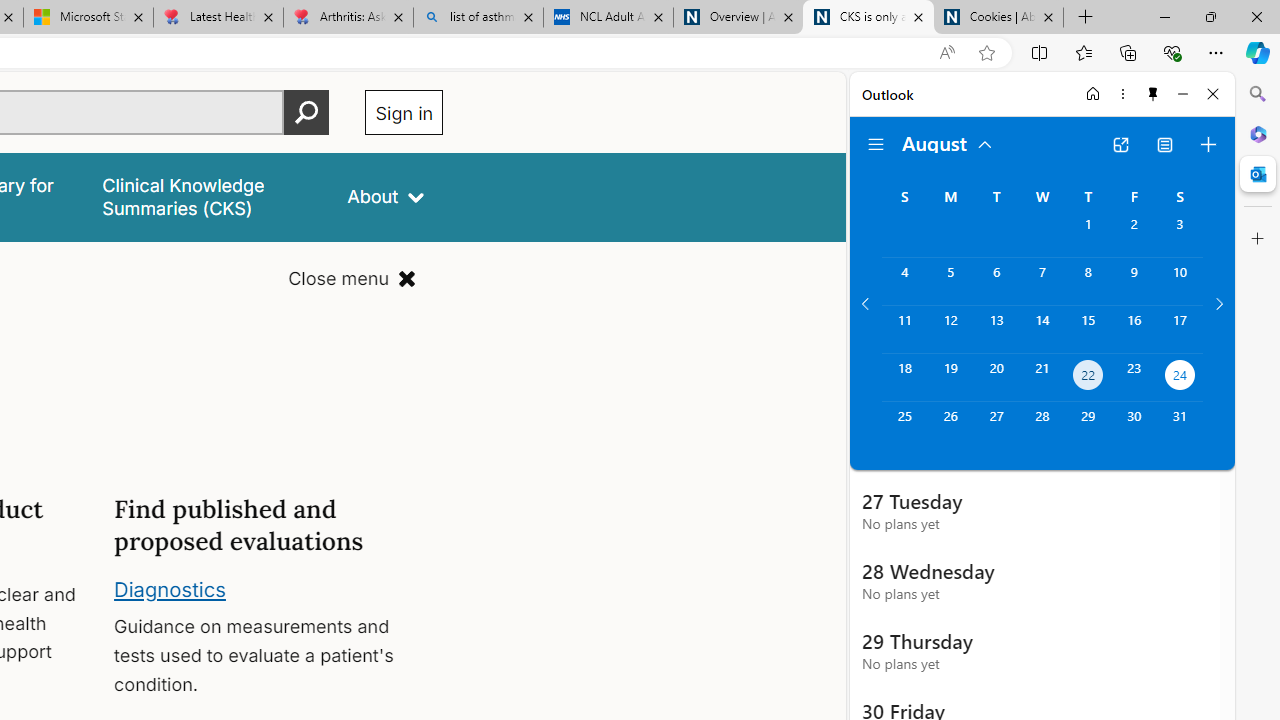 Image resolution: width=1280 pixels, height=720 pixels. I want to click on 'Folder navigation', so click(876, 144).